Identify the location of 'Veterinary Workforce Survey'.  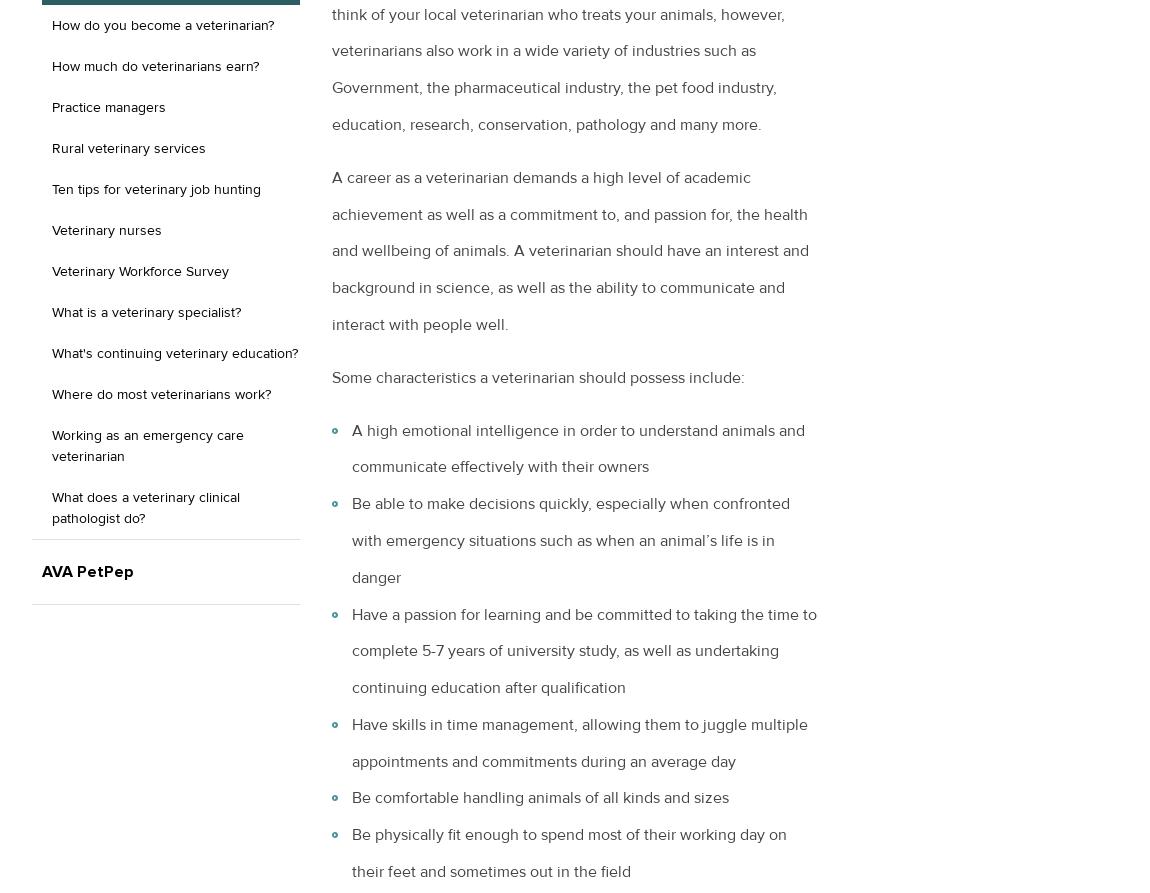
(50, 270).